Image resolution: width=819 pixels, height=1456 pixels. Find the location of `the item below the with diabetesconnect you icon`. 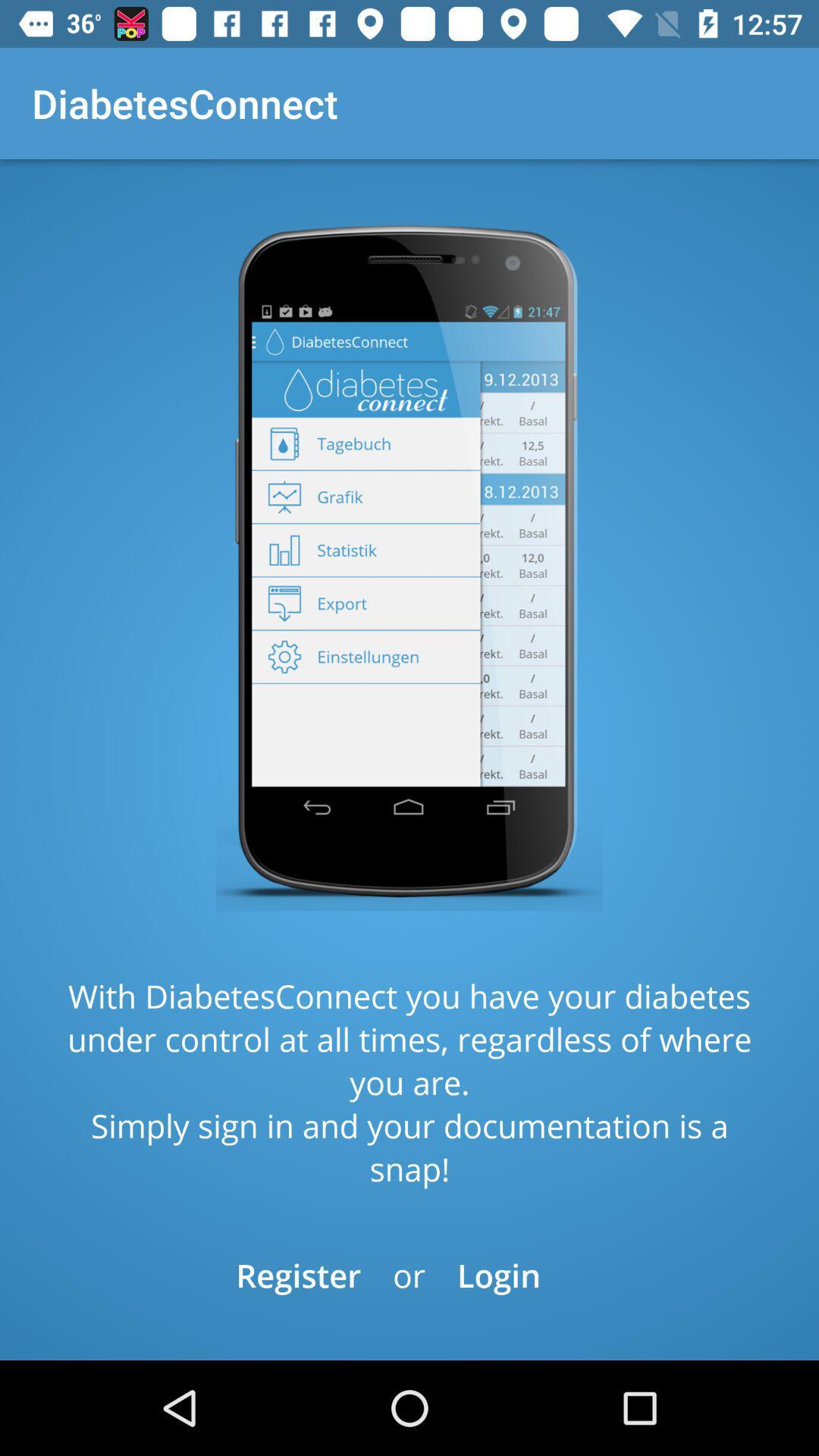

the item below the with diabetesconnect you icon is located at coordinates (499, 1274).